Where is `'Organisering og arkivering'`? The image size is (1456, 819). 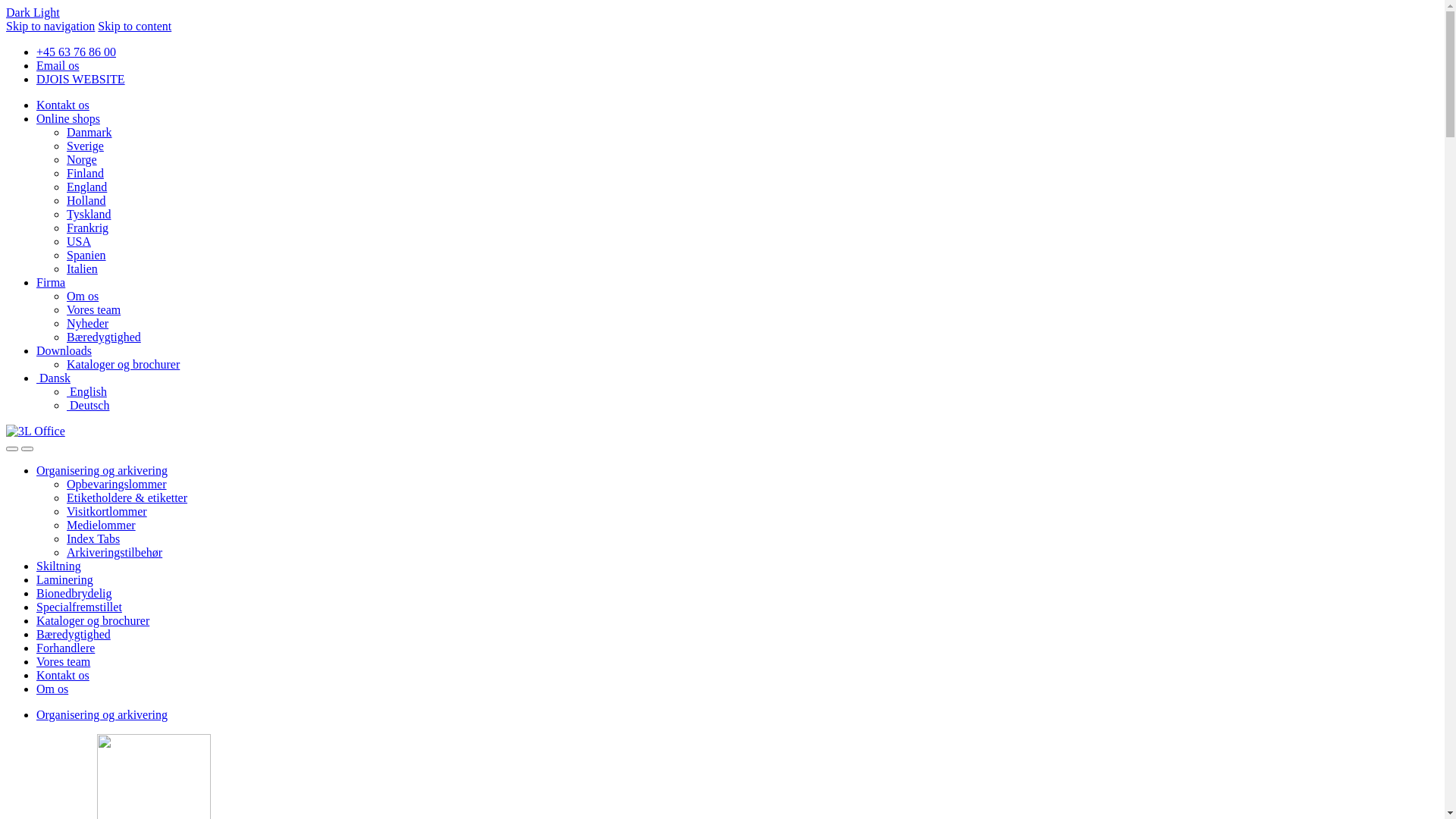 'Organisering og arkivering' is located at coordinates (101, 714).